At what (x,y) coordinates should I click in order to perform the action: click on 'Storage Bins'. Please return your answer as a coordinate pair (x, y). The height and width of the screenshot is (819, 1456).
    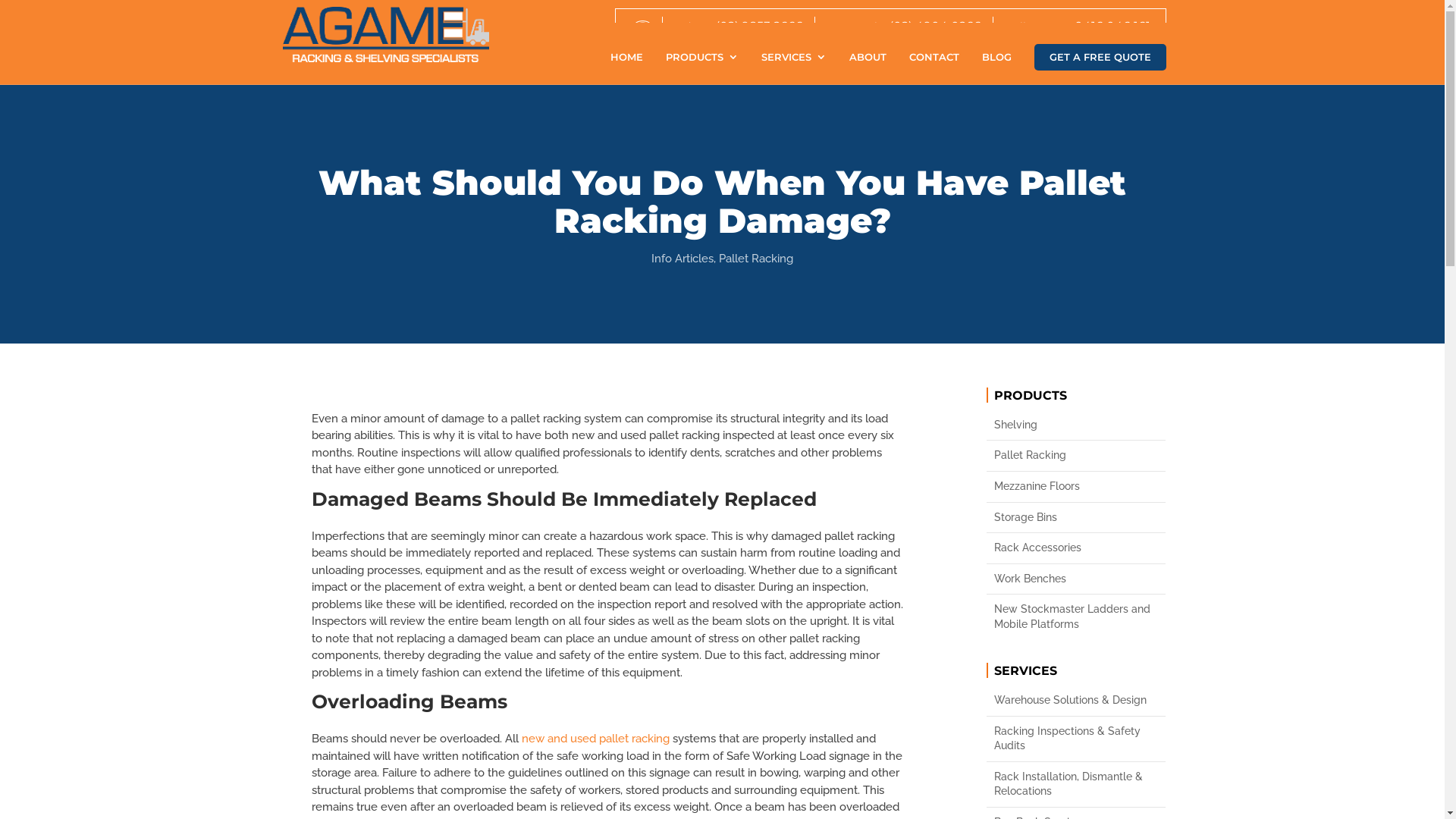
    Looking at the image, I should click on (1075, 516).